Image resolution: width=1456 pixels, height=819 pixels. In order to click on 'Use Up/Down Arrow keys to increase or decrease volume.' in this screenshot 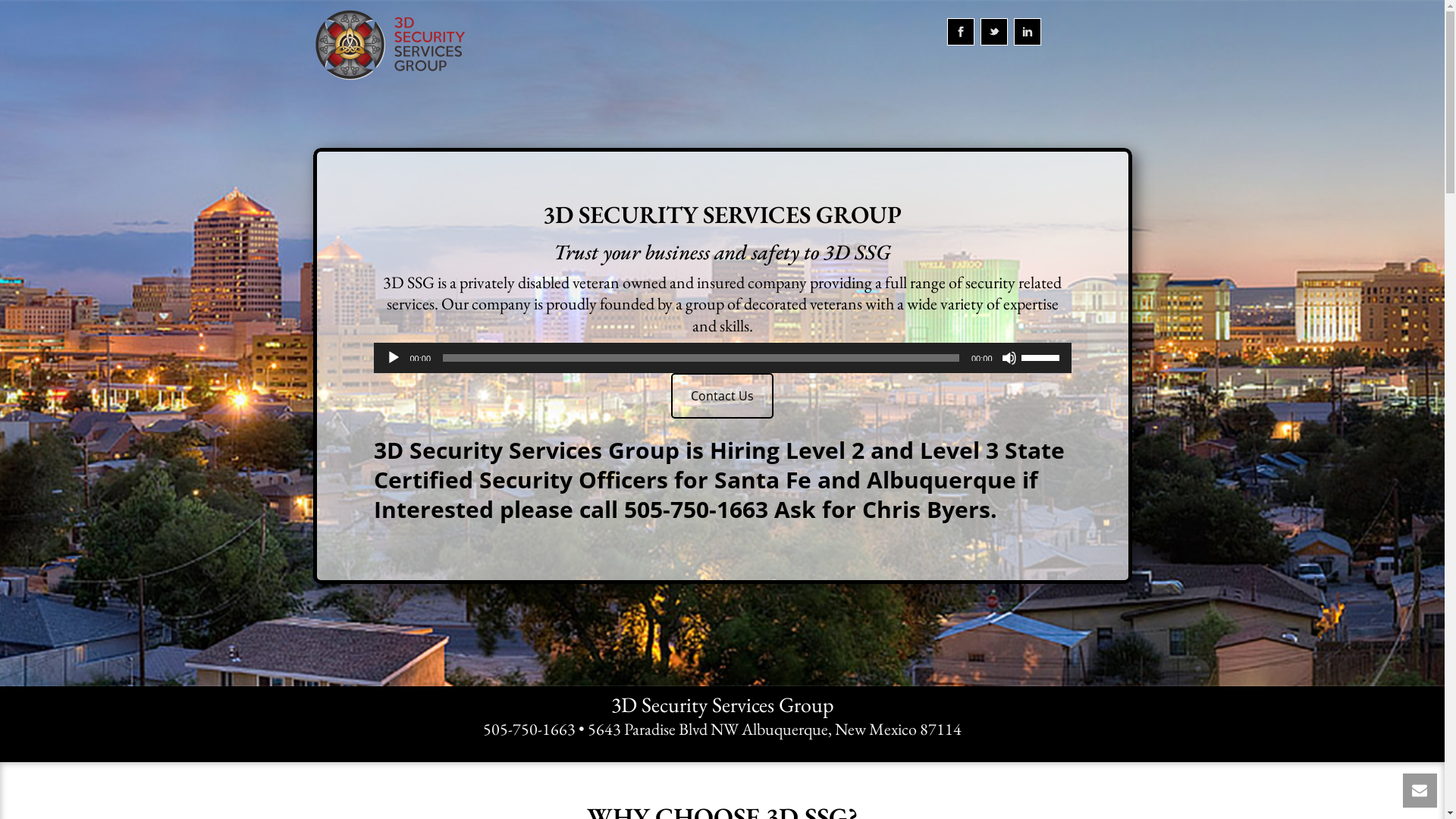, I will do `click(1040, 356)`.